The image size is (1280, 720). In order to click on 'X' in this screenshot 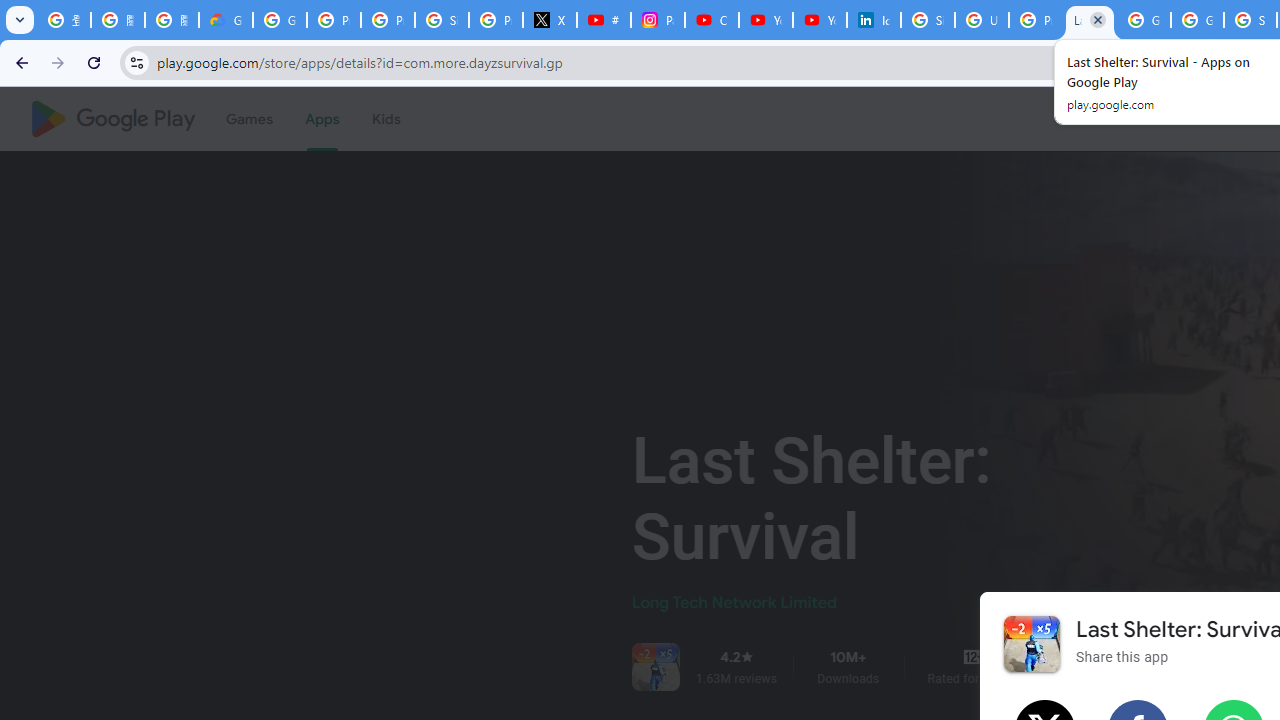, I will do `click(550, 20)`.